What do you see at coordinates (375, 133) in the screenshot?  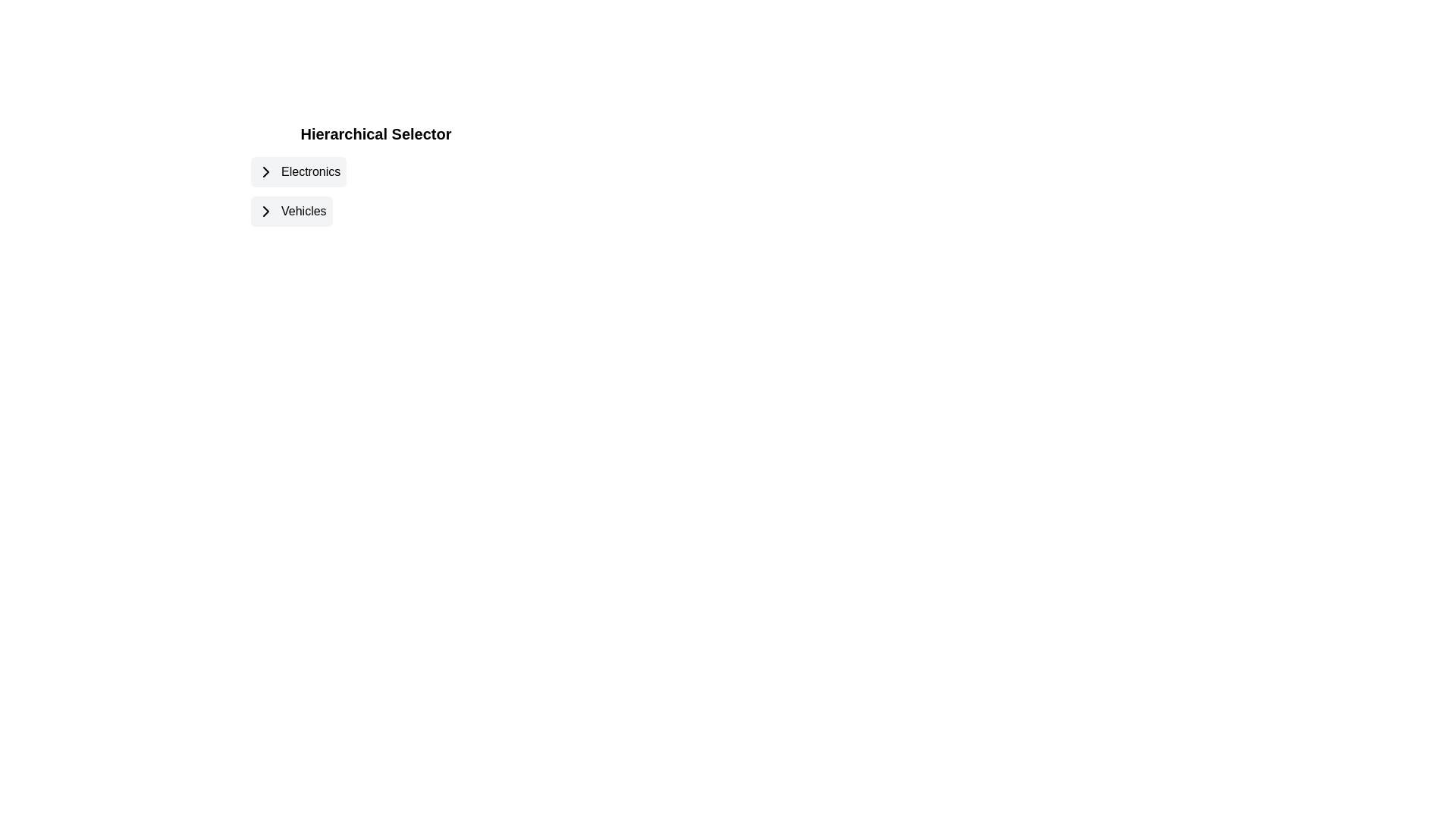 I see `the Text Label that serves as a title or header for the section, which is positioned above the 'Electronics' and 'Vehicles' elements and centered horizontally` at bounding box center [375, 133].